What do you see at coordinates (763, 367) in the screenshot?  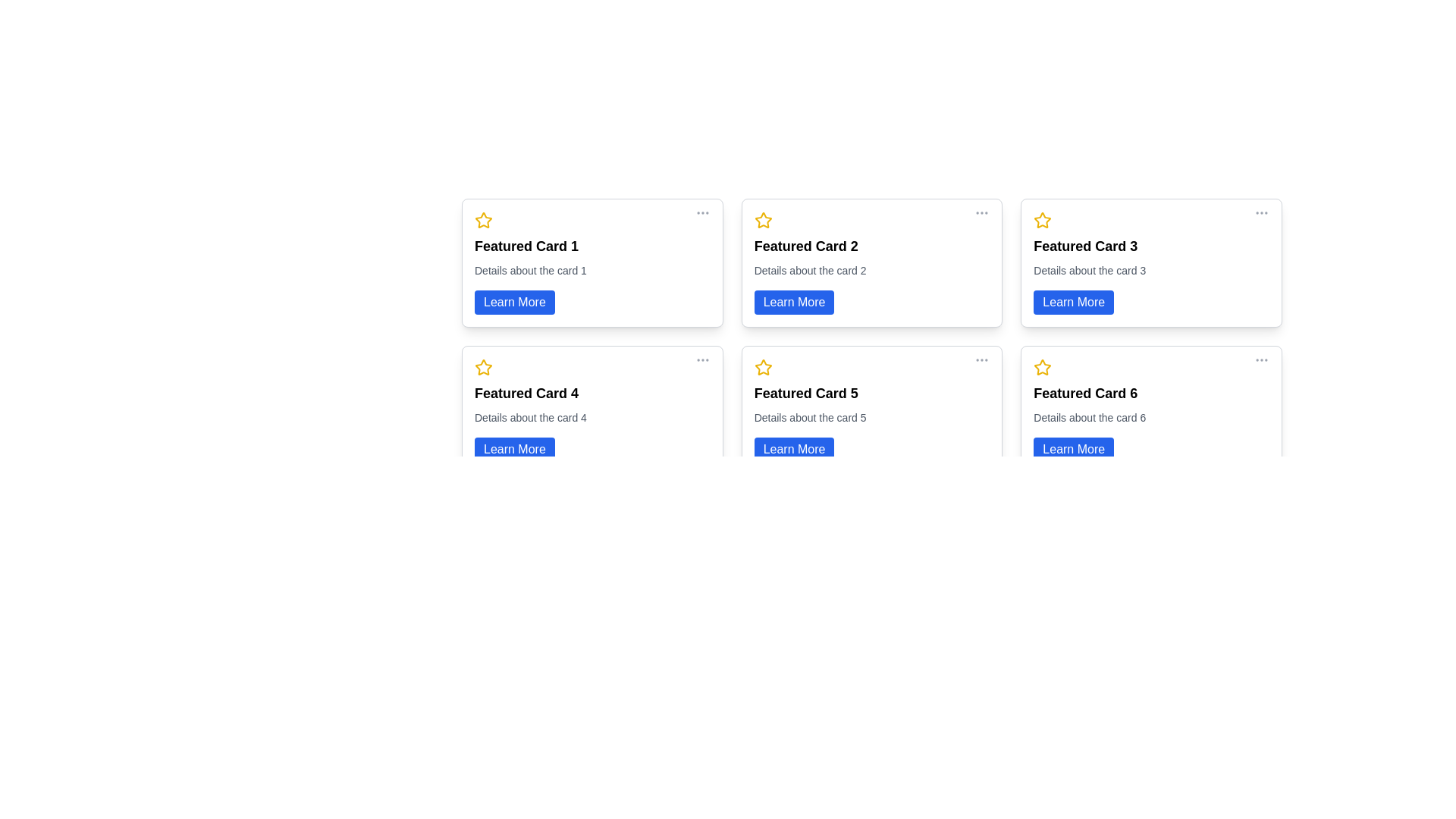 I see `the favorited icon located in the top-left corner of the 'Featured Card 5' to toggle its starred status` at bounding box center [763, 367].